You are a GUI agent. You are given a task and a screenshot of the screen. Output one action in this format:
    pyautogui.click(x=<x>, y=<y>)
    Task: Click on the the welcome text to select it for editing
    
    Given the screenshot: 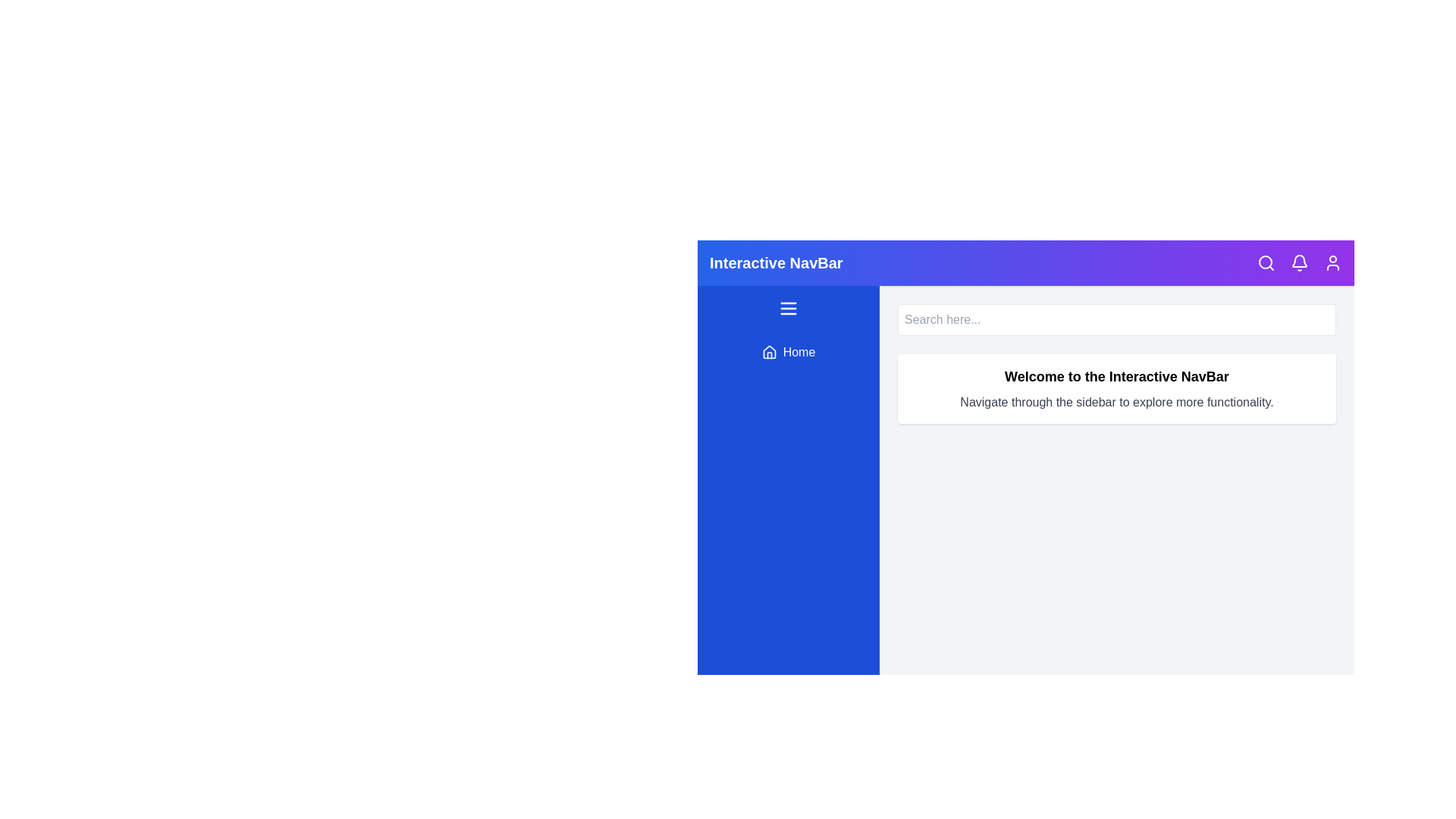 What is the action you would take?
    pyautogui.click(x=1117, y=376)
    